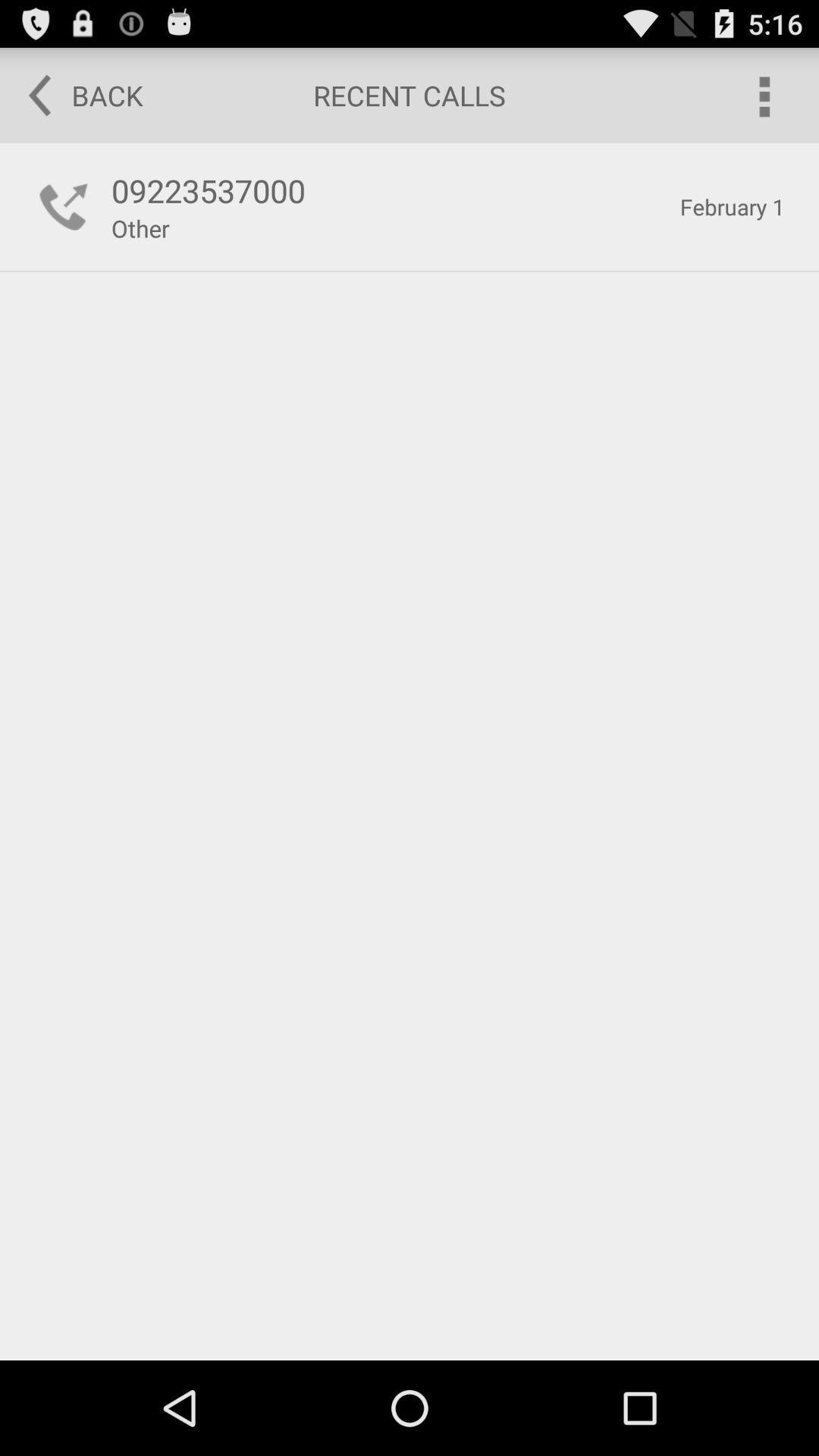 This screenshot has width=819, height=1456. Describe the element at coordinates (731, 206) in the screenshot. I see `the february 1` at that location.